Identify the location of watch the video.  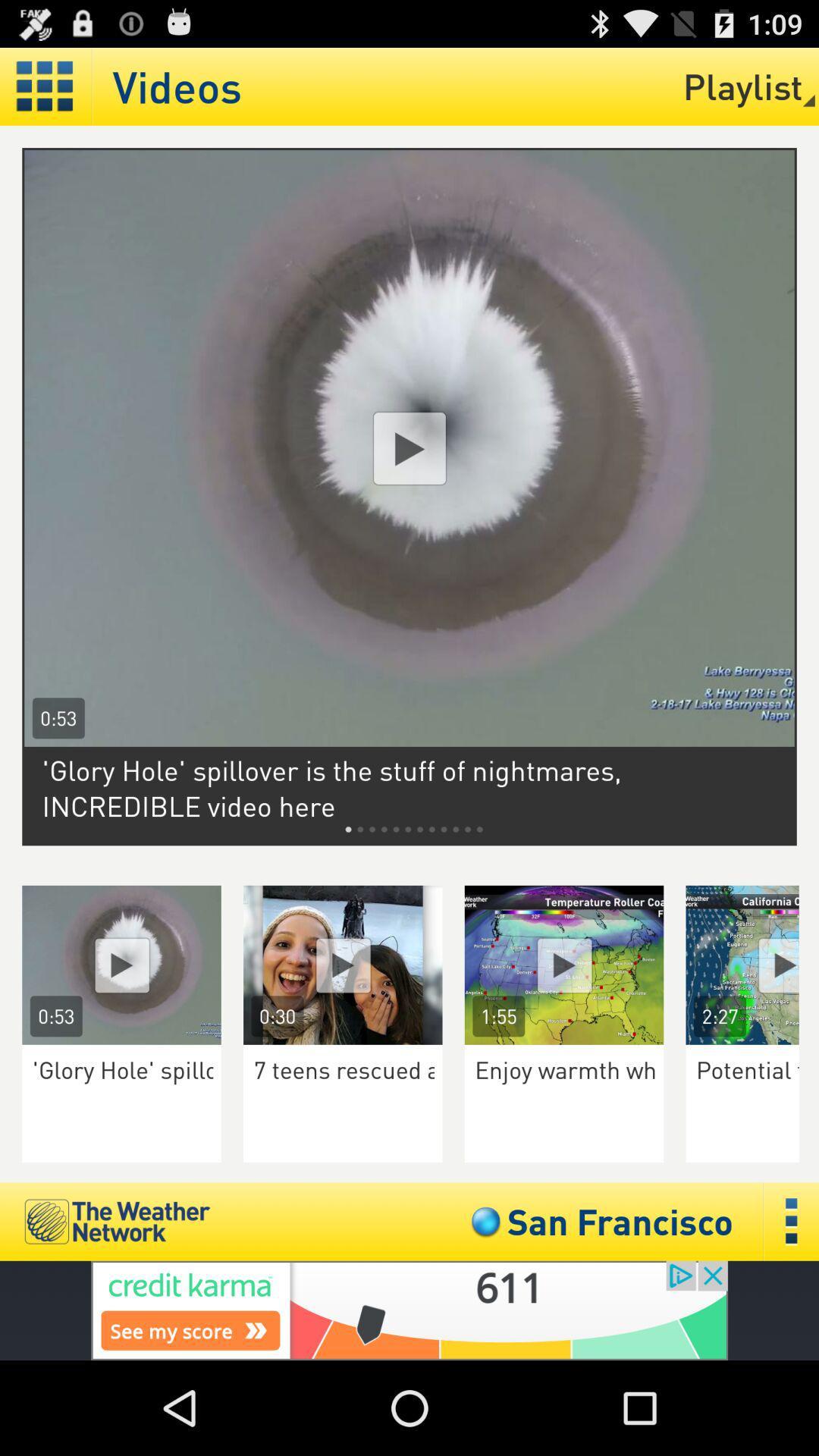
(564, 964).